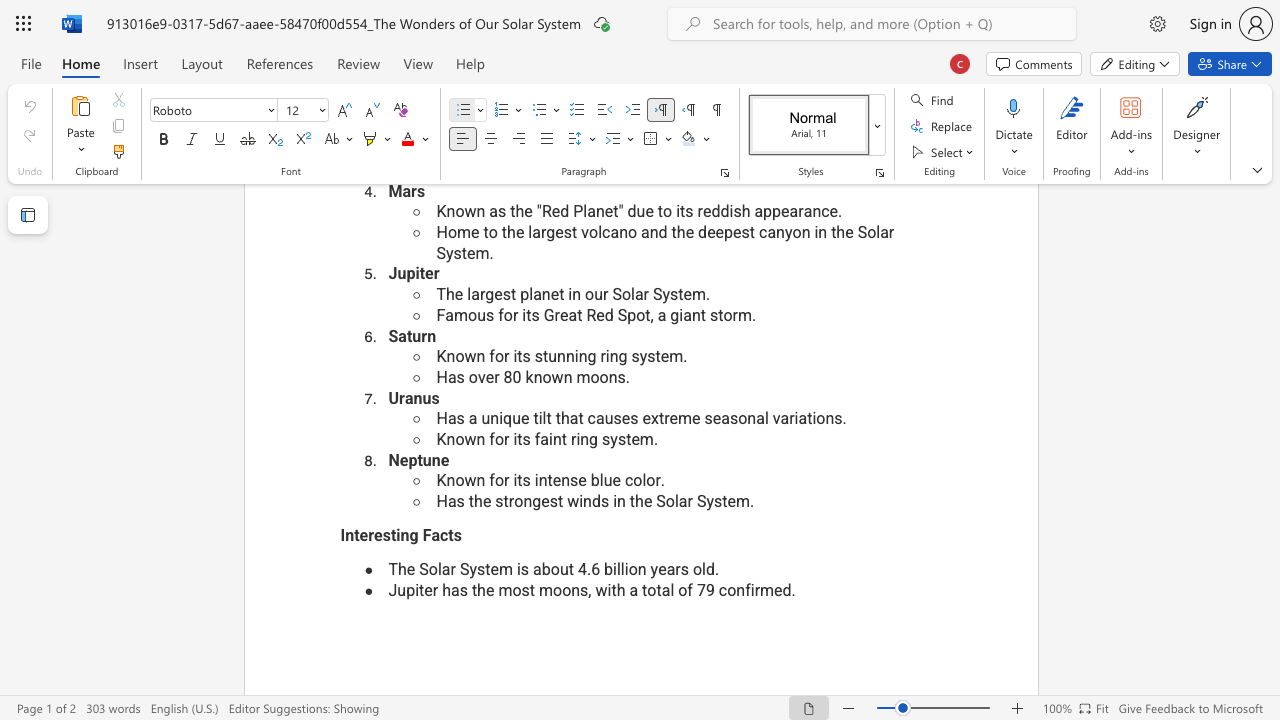 This screenshot has height=720, width=1280. What do you see at coordinates (546, 480) in the screenshot?
I see `the space between the continuous character "n" and "t" in the text` at bounding box center [546, 480].